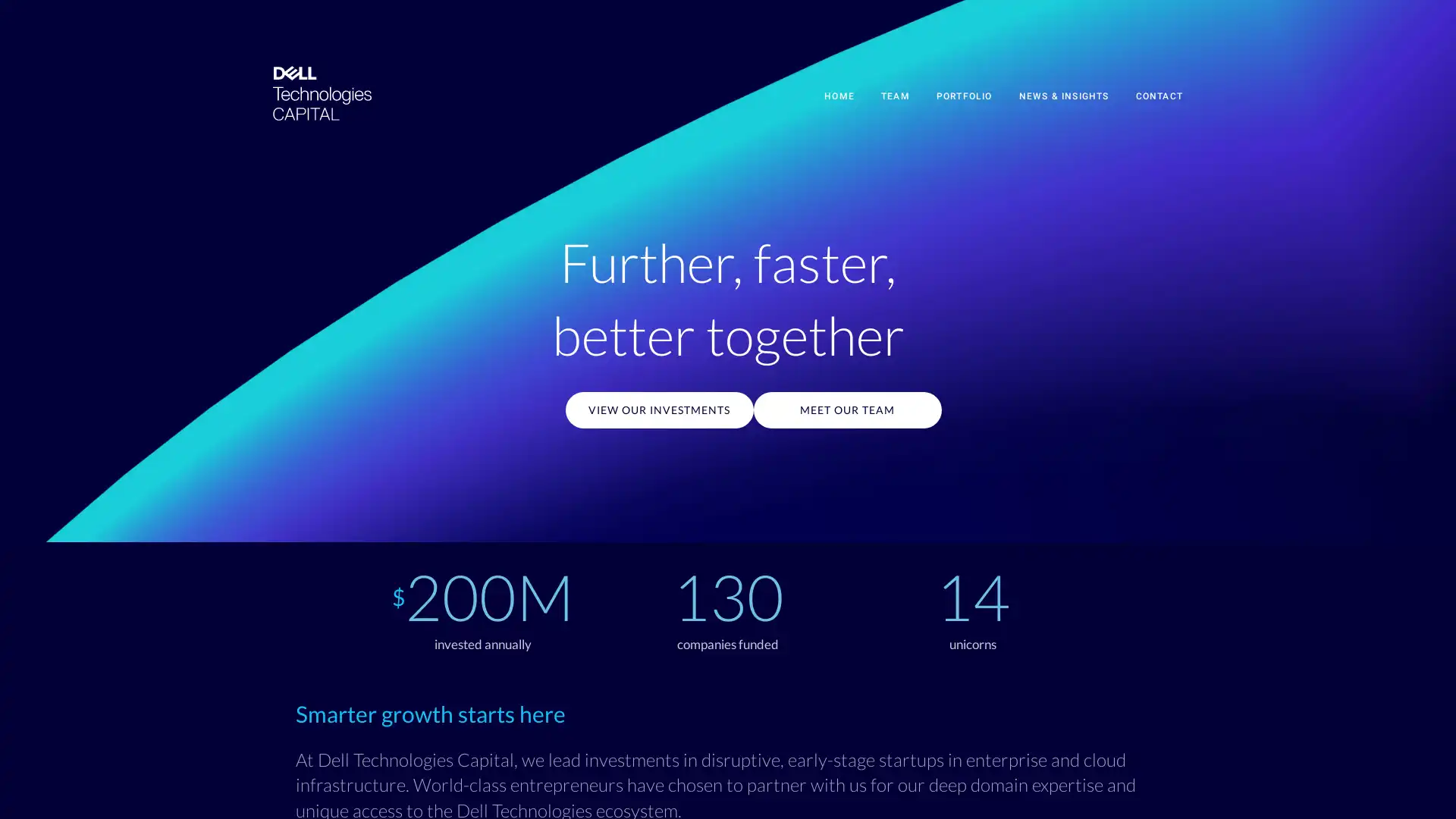  Describe the element at coordinates (822, 409) in the screenshot. I see `MEET OUR TEAM` at that location.